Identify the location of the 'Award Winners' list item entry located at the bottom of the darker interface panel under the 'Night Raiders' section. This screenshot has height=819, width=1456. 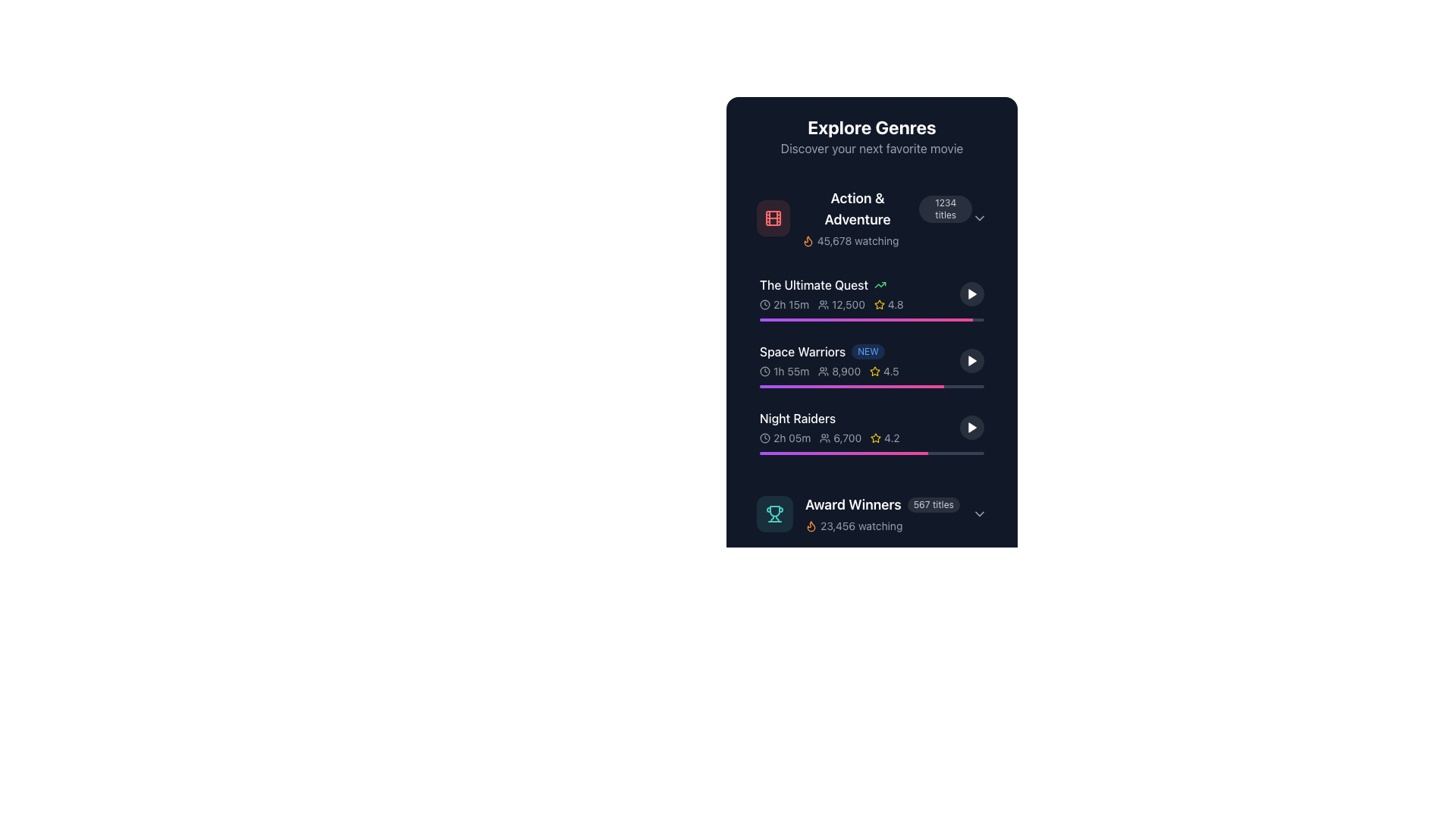
(864, 513).